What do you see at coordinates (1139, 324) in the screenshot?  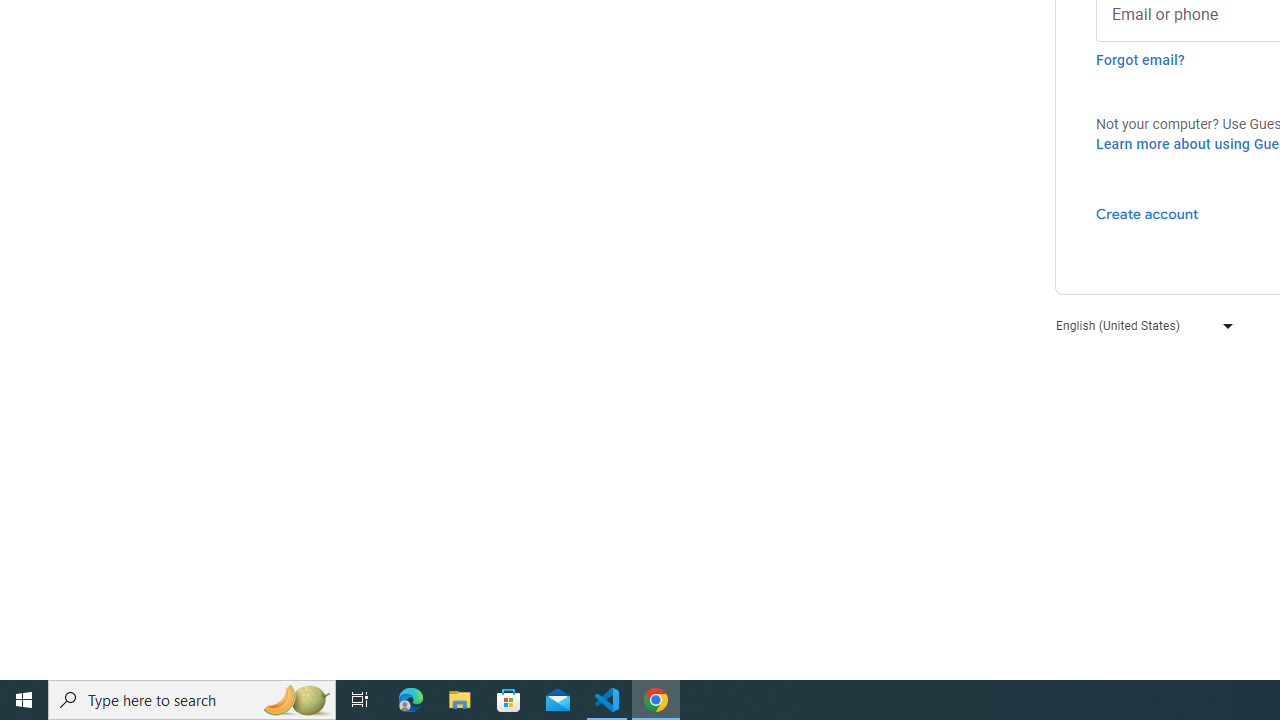 I see `'English (United States)'` at bounding box center [1139, 324].